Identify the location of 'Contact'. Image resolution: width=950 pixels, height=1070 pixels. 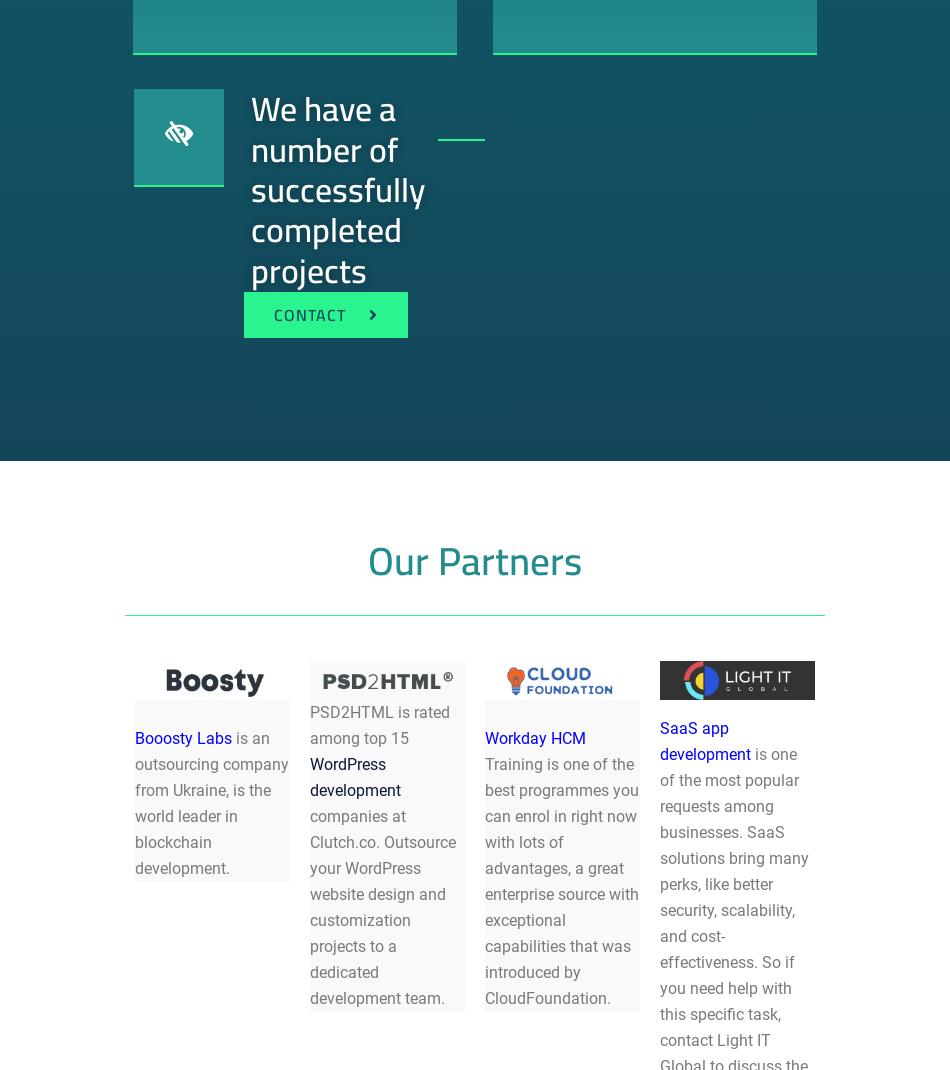
(308, 314).